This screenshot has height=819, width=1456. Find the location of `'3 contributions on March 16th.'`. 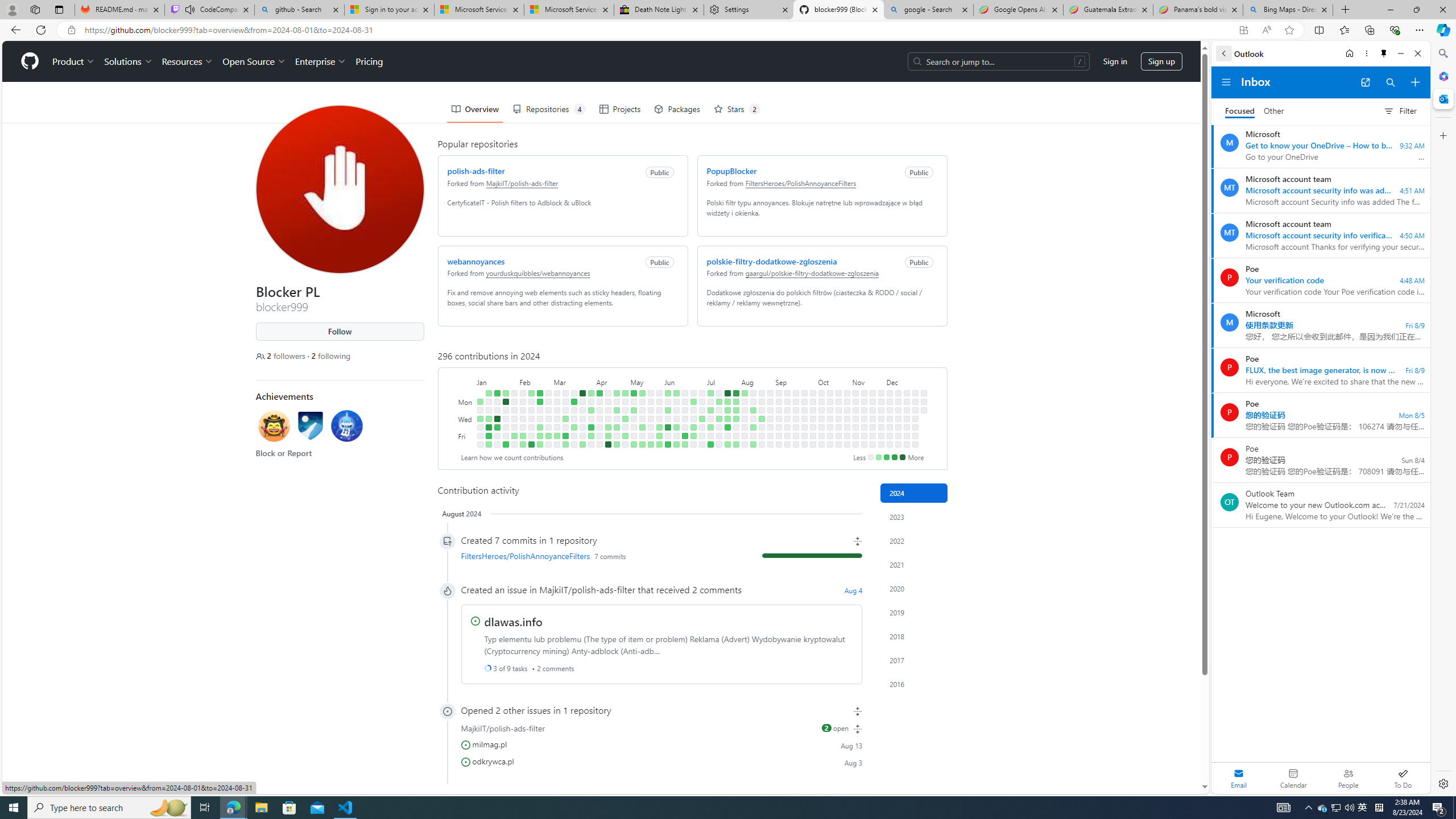

'3 contributions on March 16th.' is located at coordinates (565, 444).